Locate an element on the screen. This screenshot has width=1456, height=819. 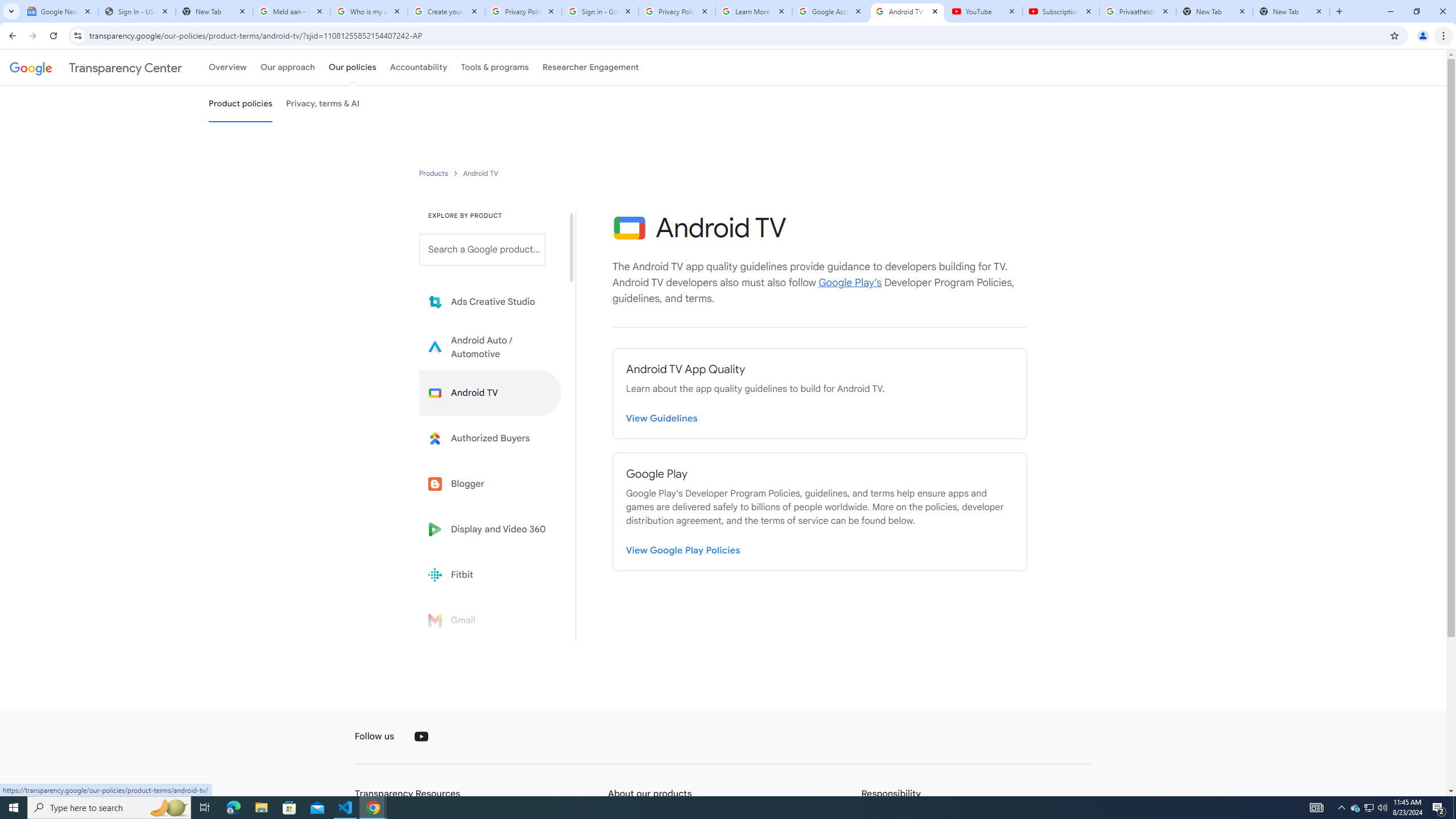
'Learn more about Authorized Buyers' is located at coordinates (490, 438).